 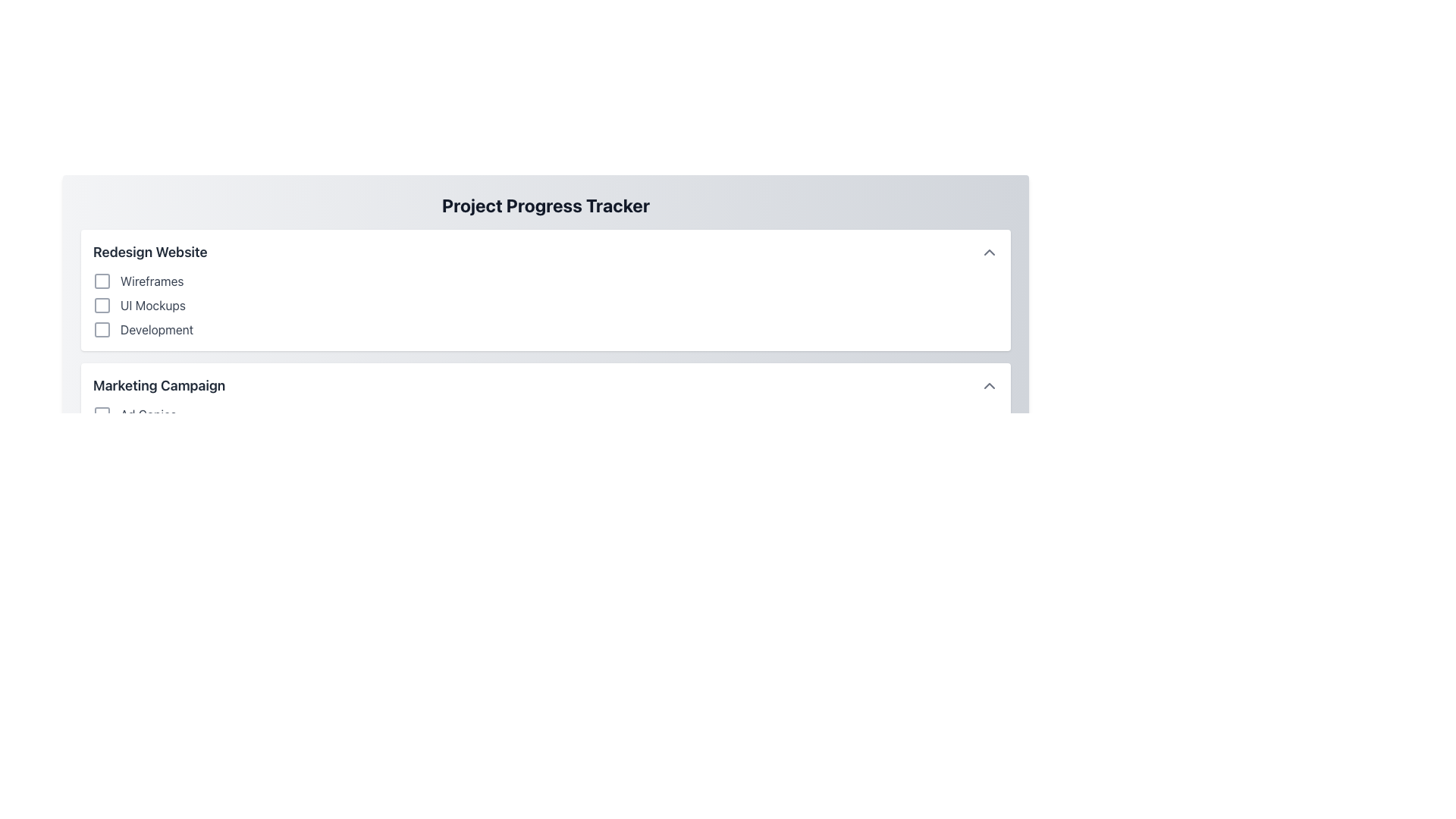 What do you see at coordinates (101, 415) in the screenshot?
I see `the checkbox located to the left of the 'Ad Copies' label in the 'Marketing Campaign' section` at bounding box center [101, 415].